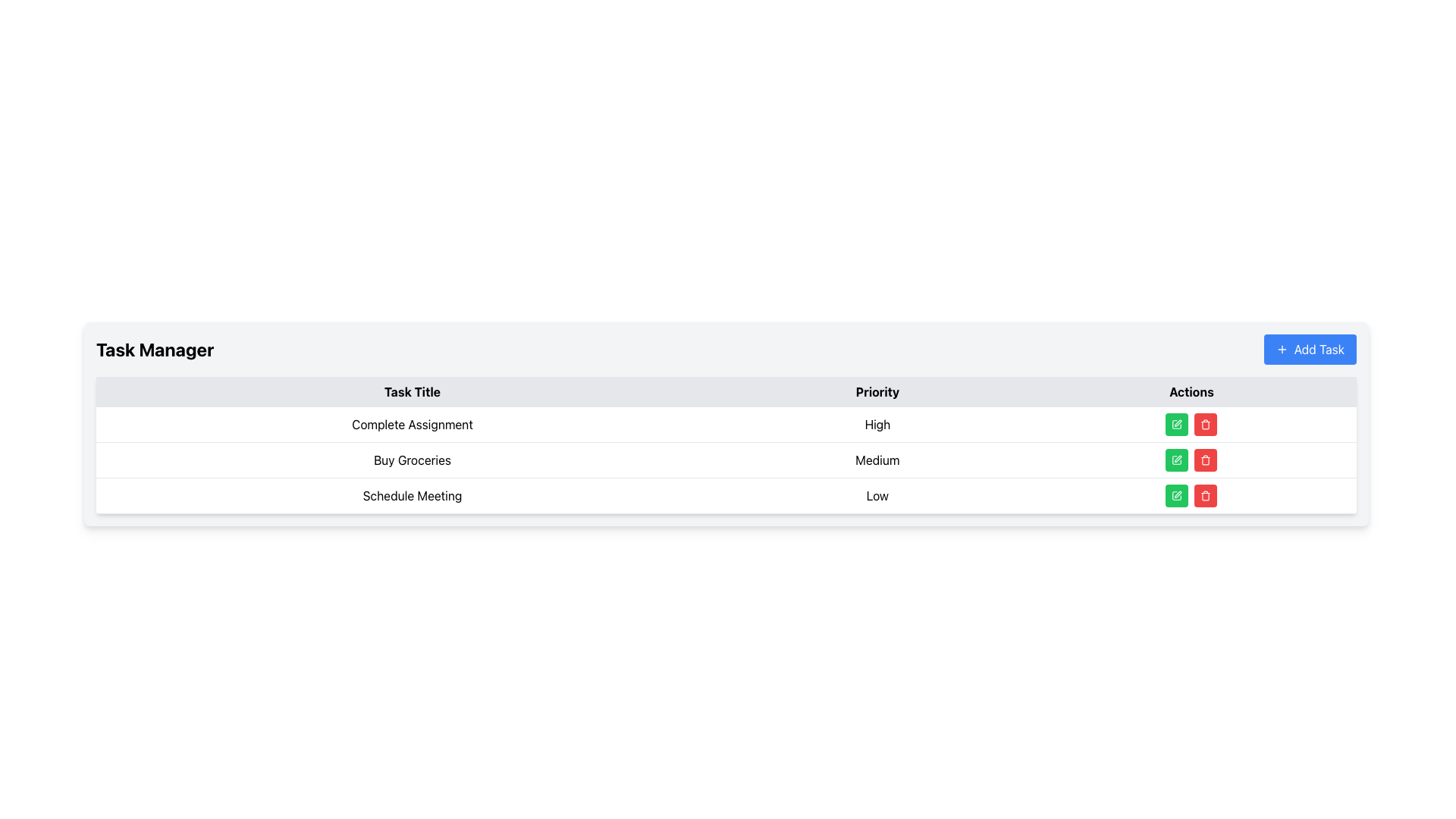 The height and width of the screenshot is (819, 1456). What do you see at coordinates (1176, 459) in the screenshot?
I see `the edit button for the 'Buy Groceries' task located in the 'Actions' column of the table` at bounding box center [1176, 459].